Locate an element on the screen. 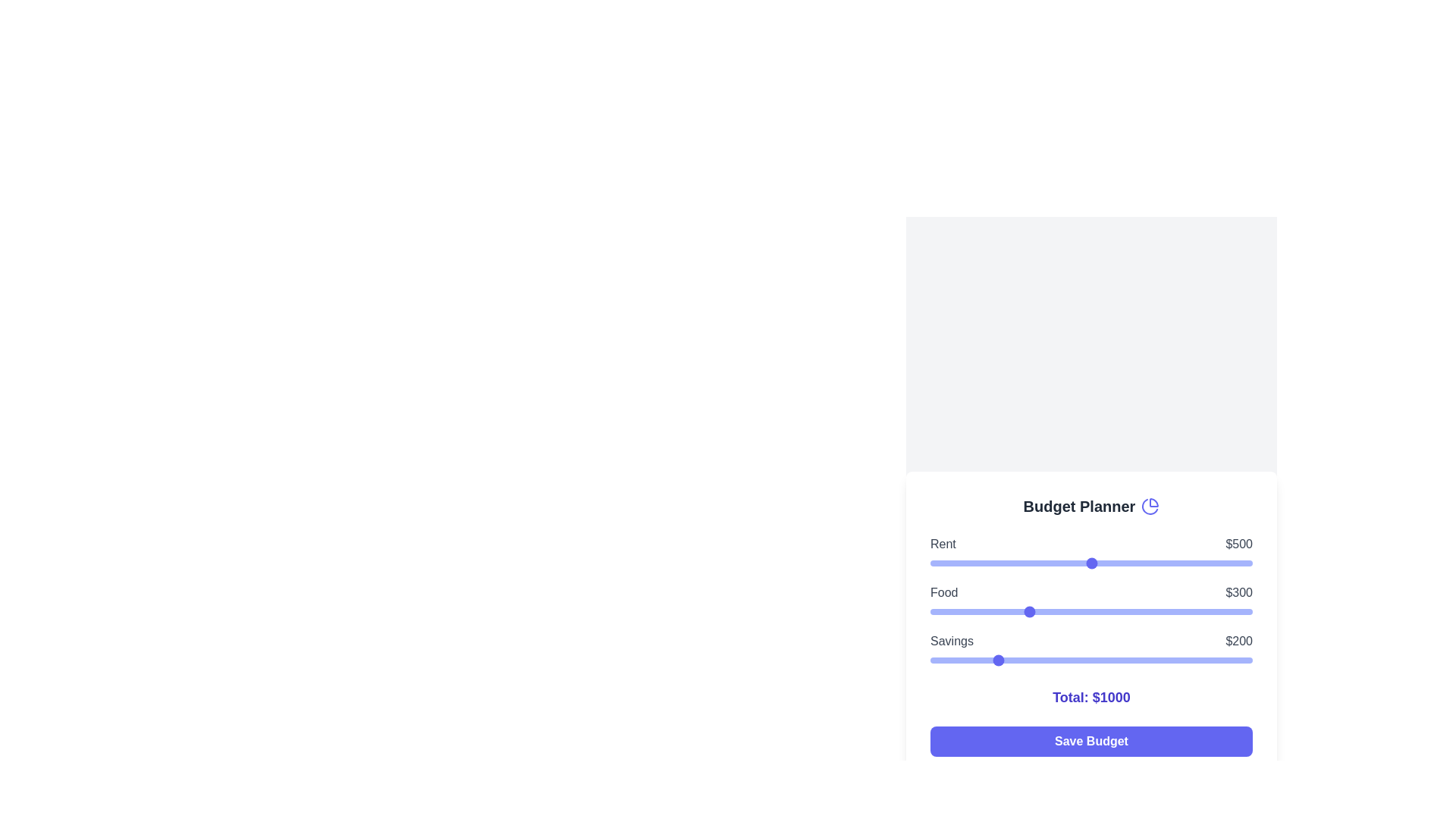  the rent budget slider to 636 is located at coordinates (1135, 563).